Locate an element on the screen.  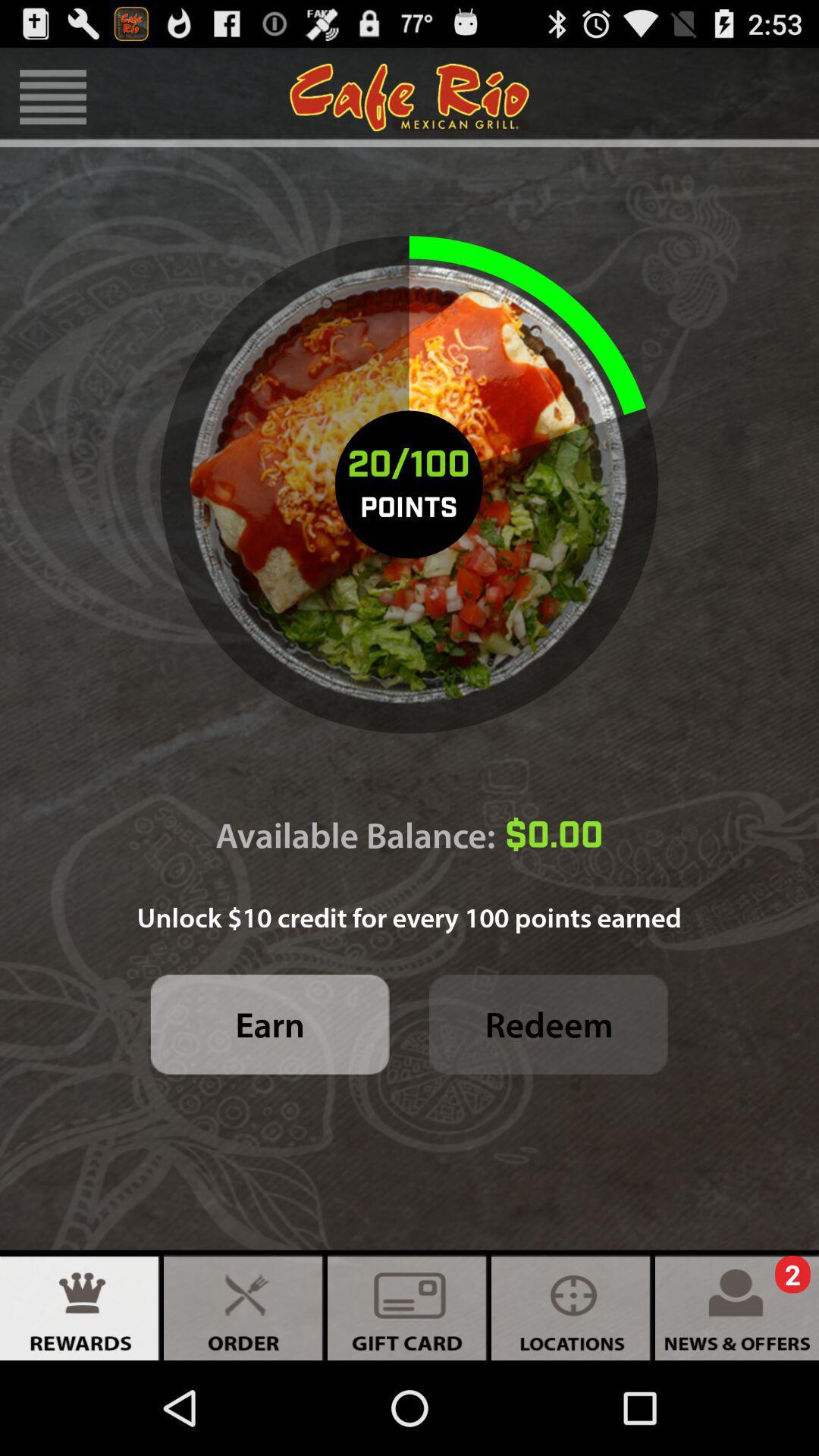
the earn item is located at coordinates (269, 1025).